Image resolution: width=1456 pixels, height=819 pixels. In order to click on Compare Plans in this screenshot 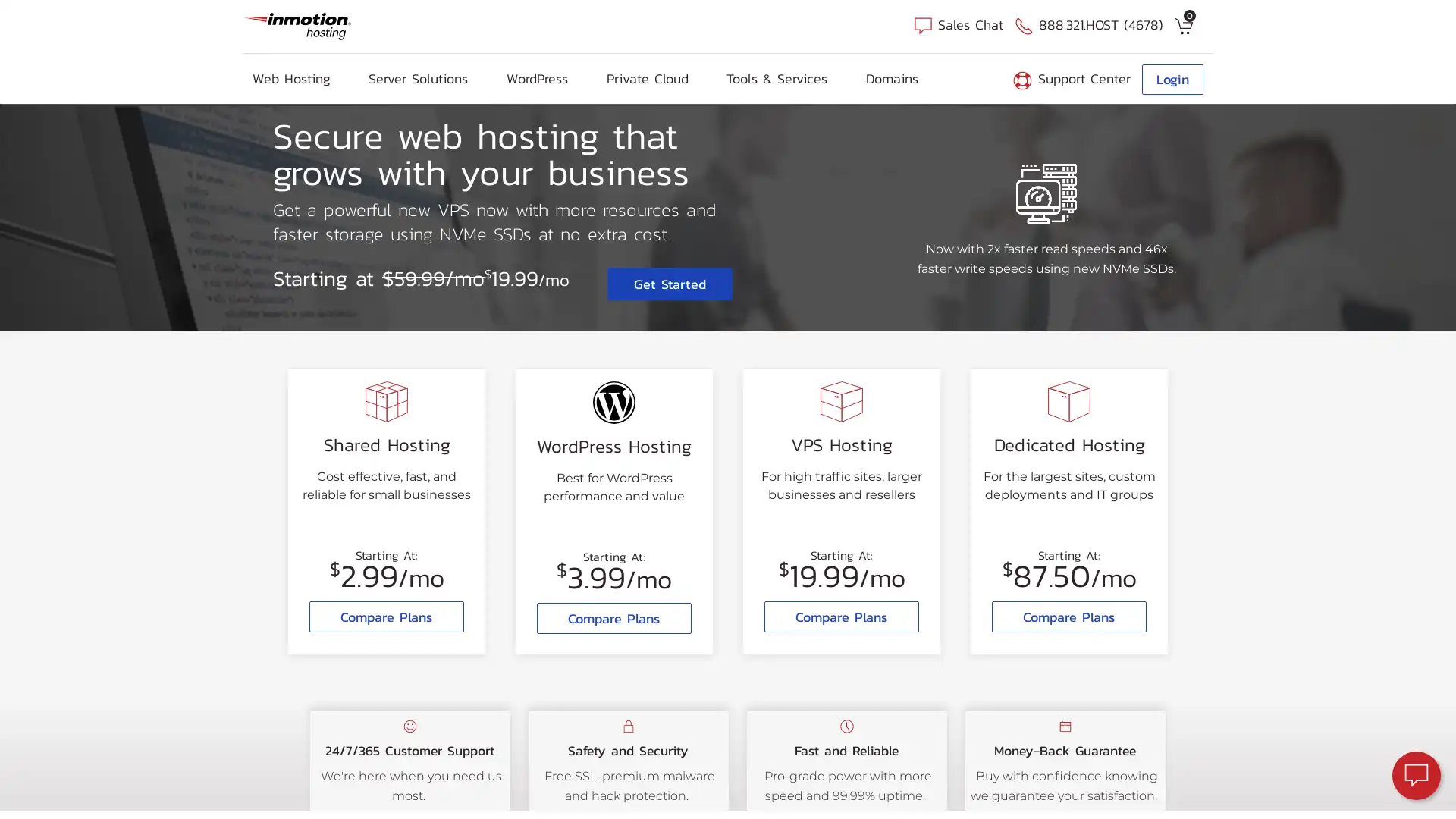, I will do `click(386, 617)`.